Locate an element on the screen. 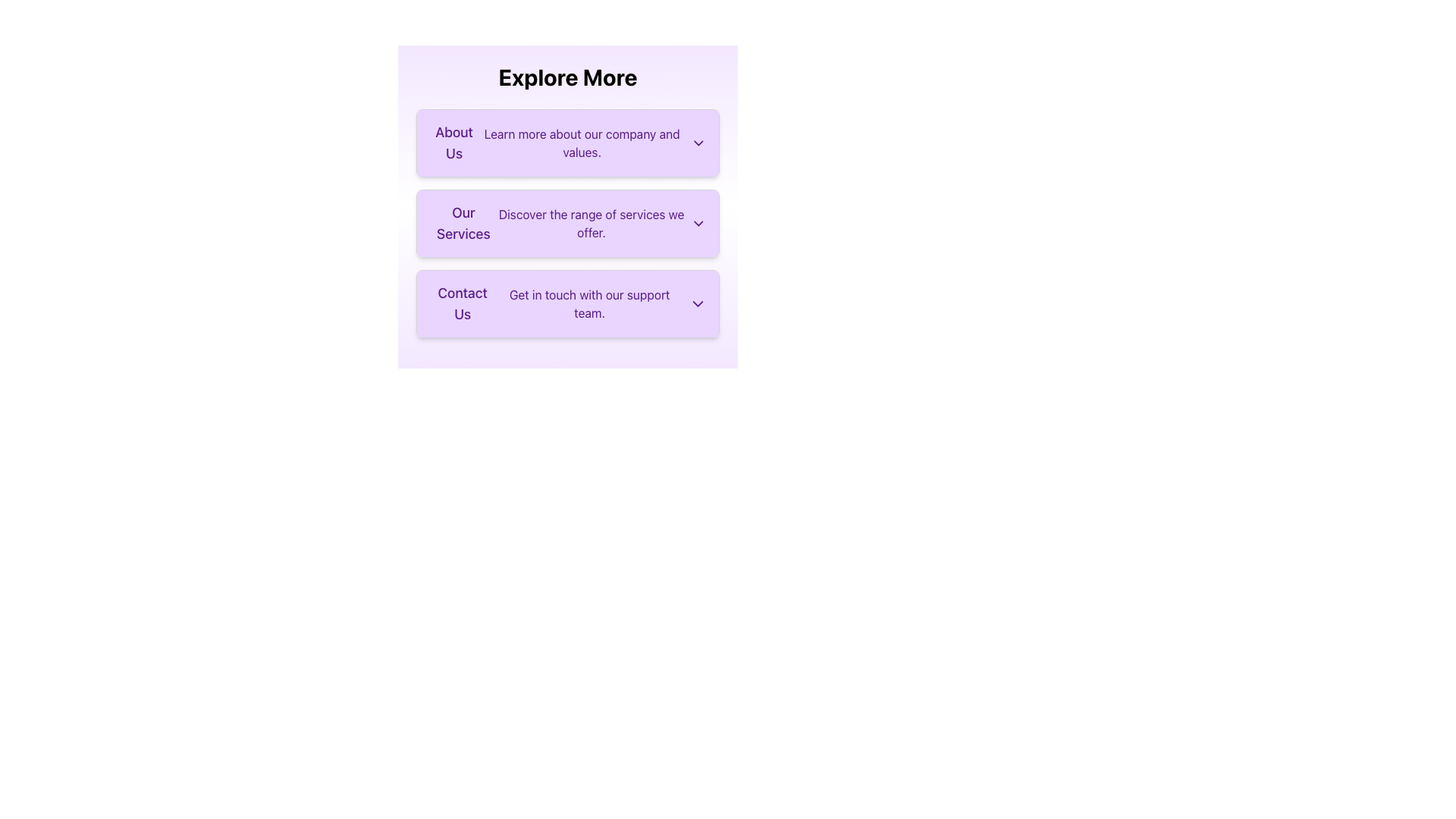 This screenshot has height=819, width=1456. the 'Contact Us' informative panel, which is the third item in the vertically stacked group below the 'Explore More' title is located at coordinates (566, 304).